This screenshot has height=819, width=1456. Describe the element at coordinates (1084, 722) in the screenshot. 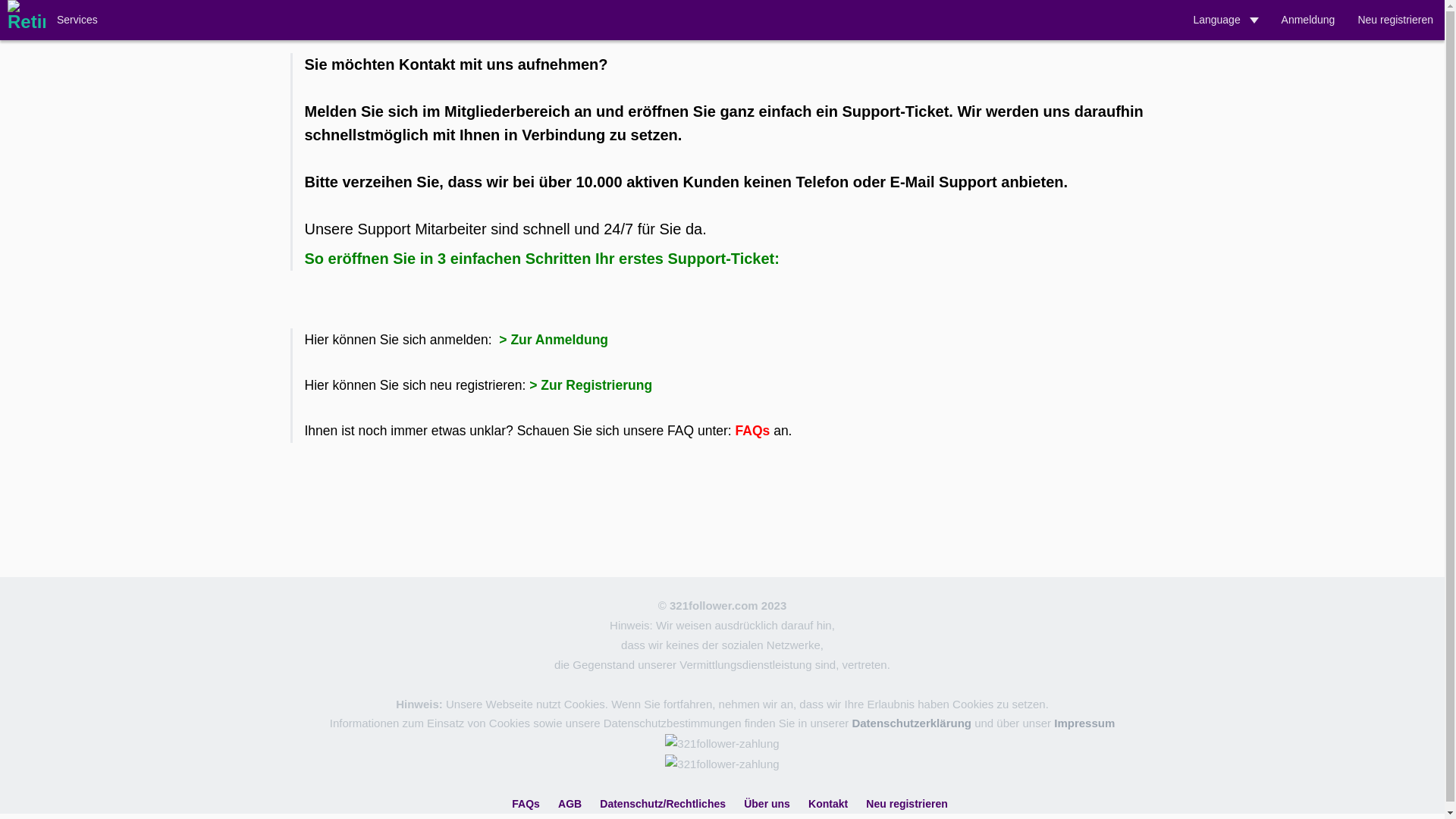

I see `'Impressum'` at that location.